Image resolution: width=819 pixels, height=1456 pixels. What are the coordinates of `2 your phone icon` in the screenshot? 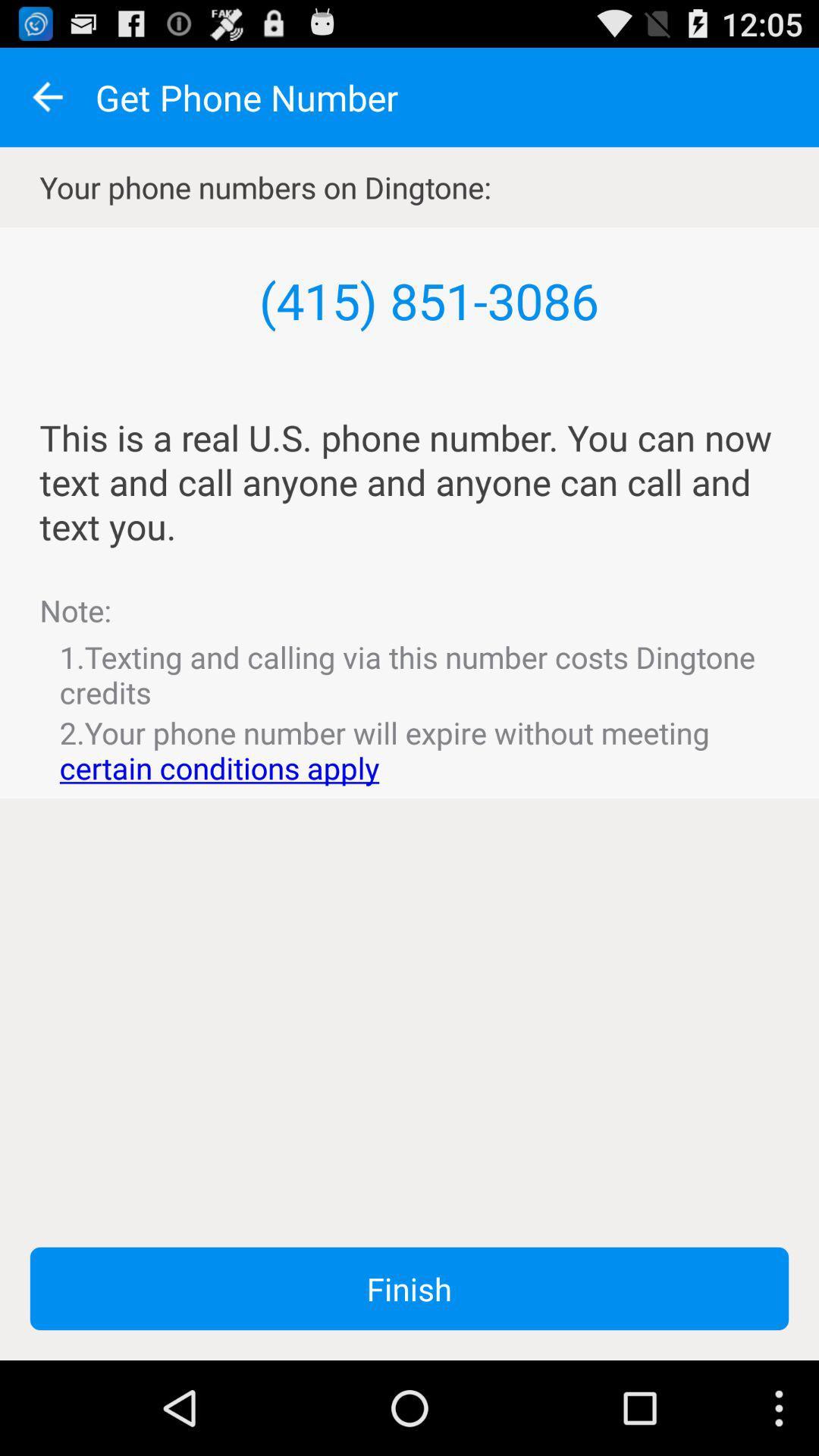 It's located at (409, 750).